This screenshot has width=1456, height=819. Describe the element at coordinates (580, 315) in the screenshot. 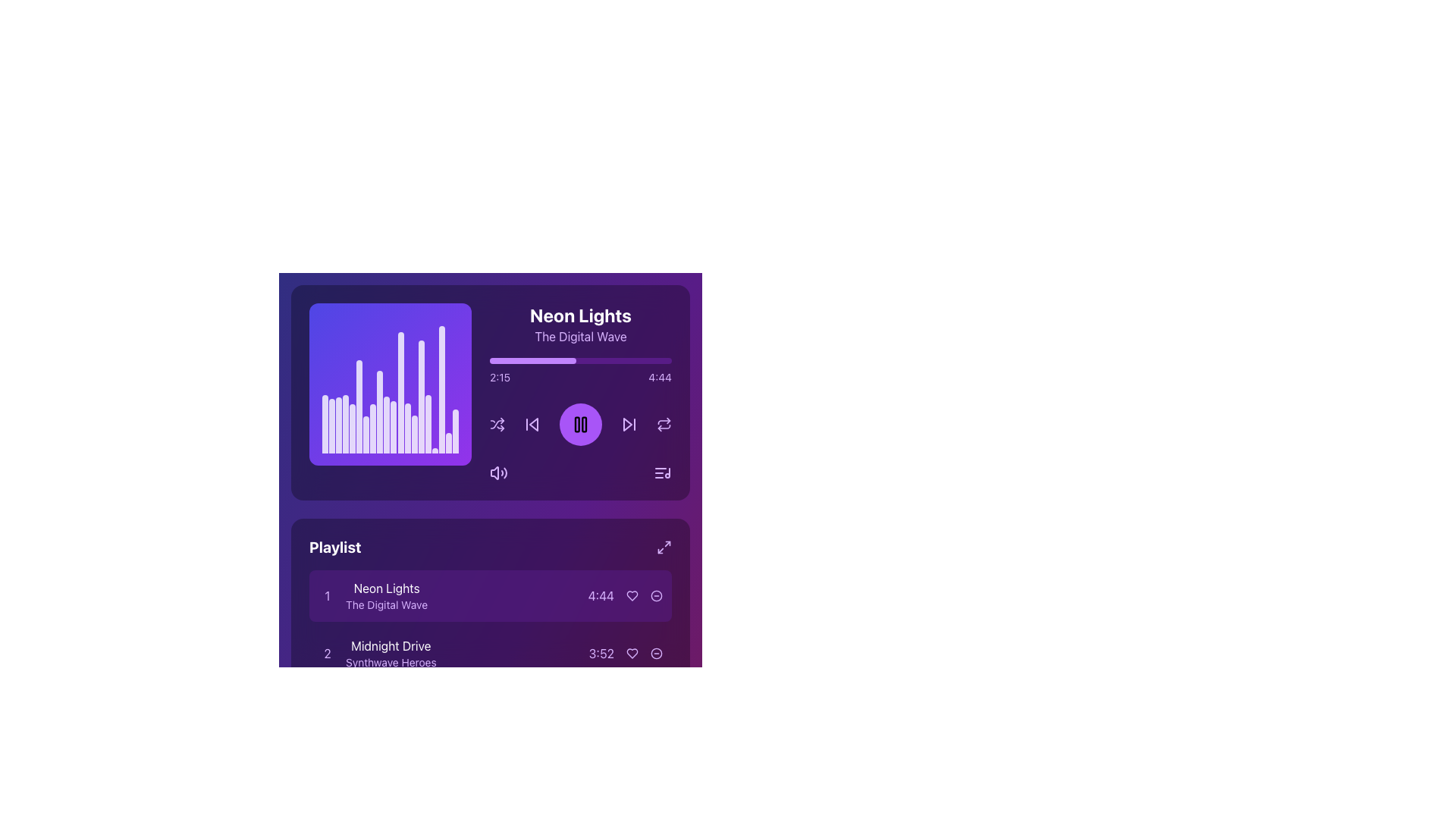

I see `the Label (Text Display) that shows the name of the currently playing song, positioned centrally above the progress bar and playback controls` at that location.